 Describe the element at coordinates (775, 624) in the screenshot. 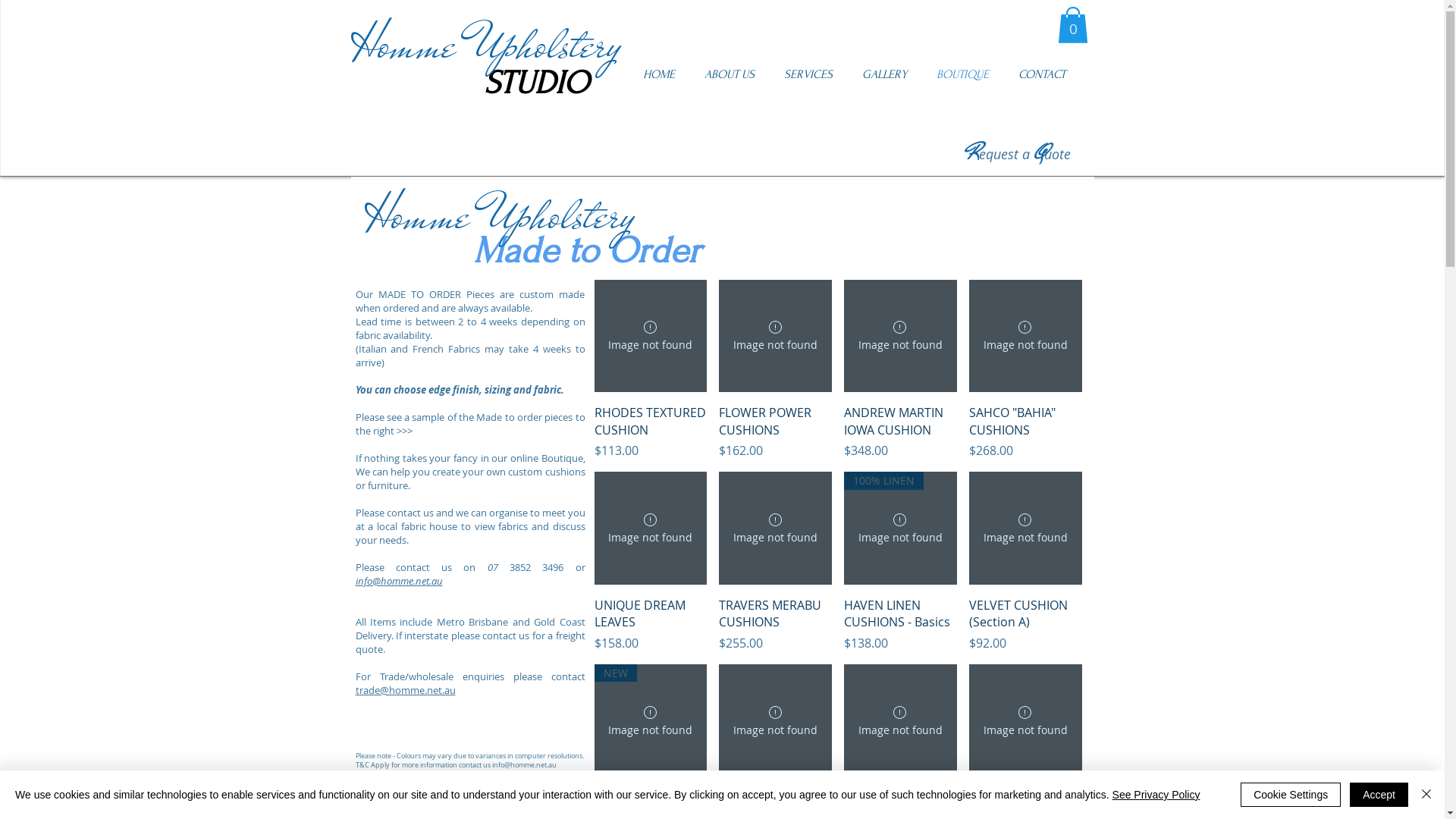

I see `'TRAVERS MERABU CUSHIONS` at that location.